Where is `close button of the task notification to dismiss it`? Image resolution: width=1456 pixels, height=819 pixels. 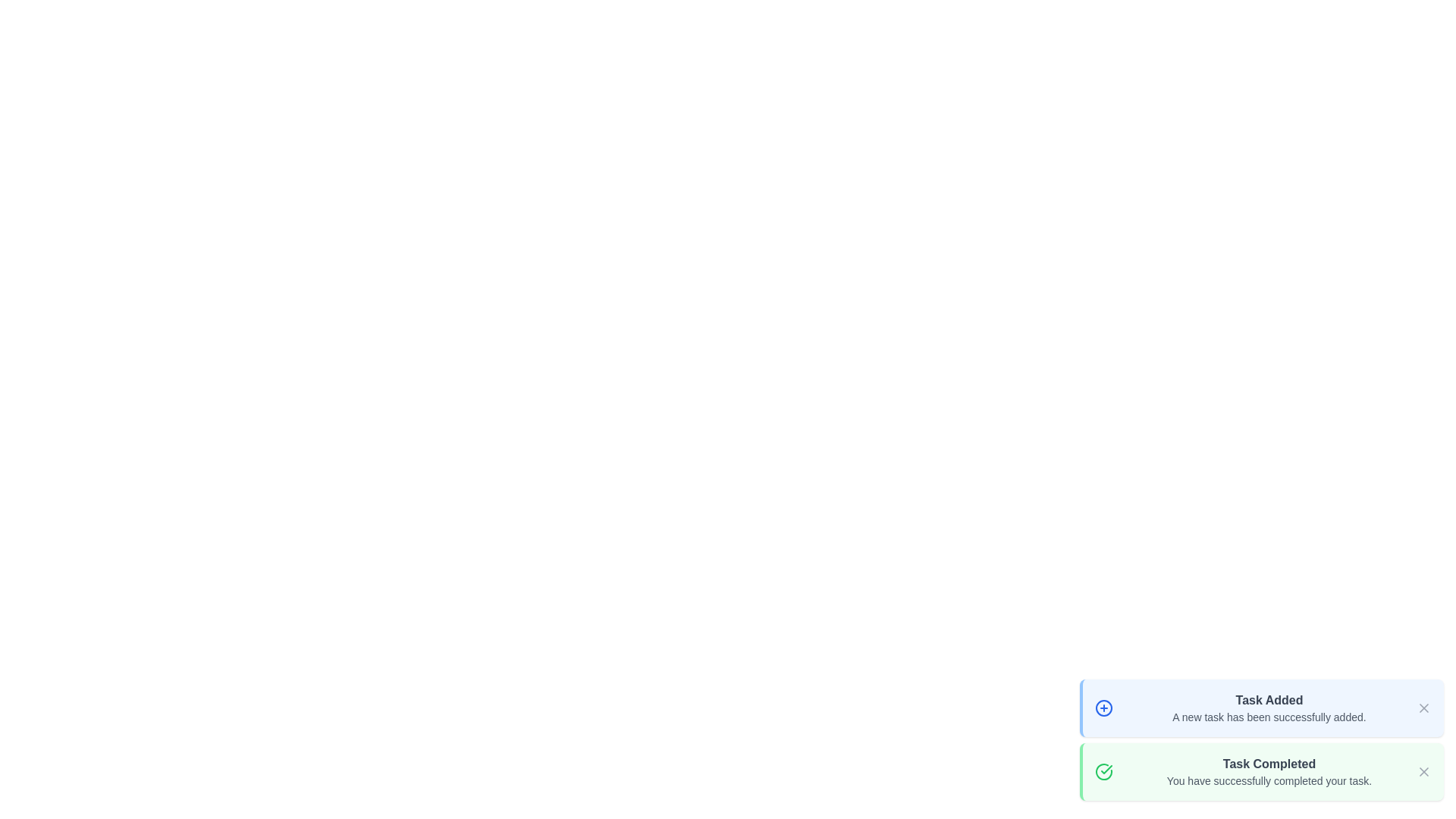 close button of the task notification to dismiss it is located at coordinates (1423, 708).